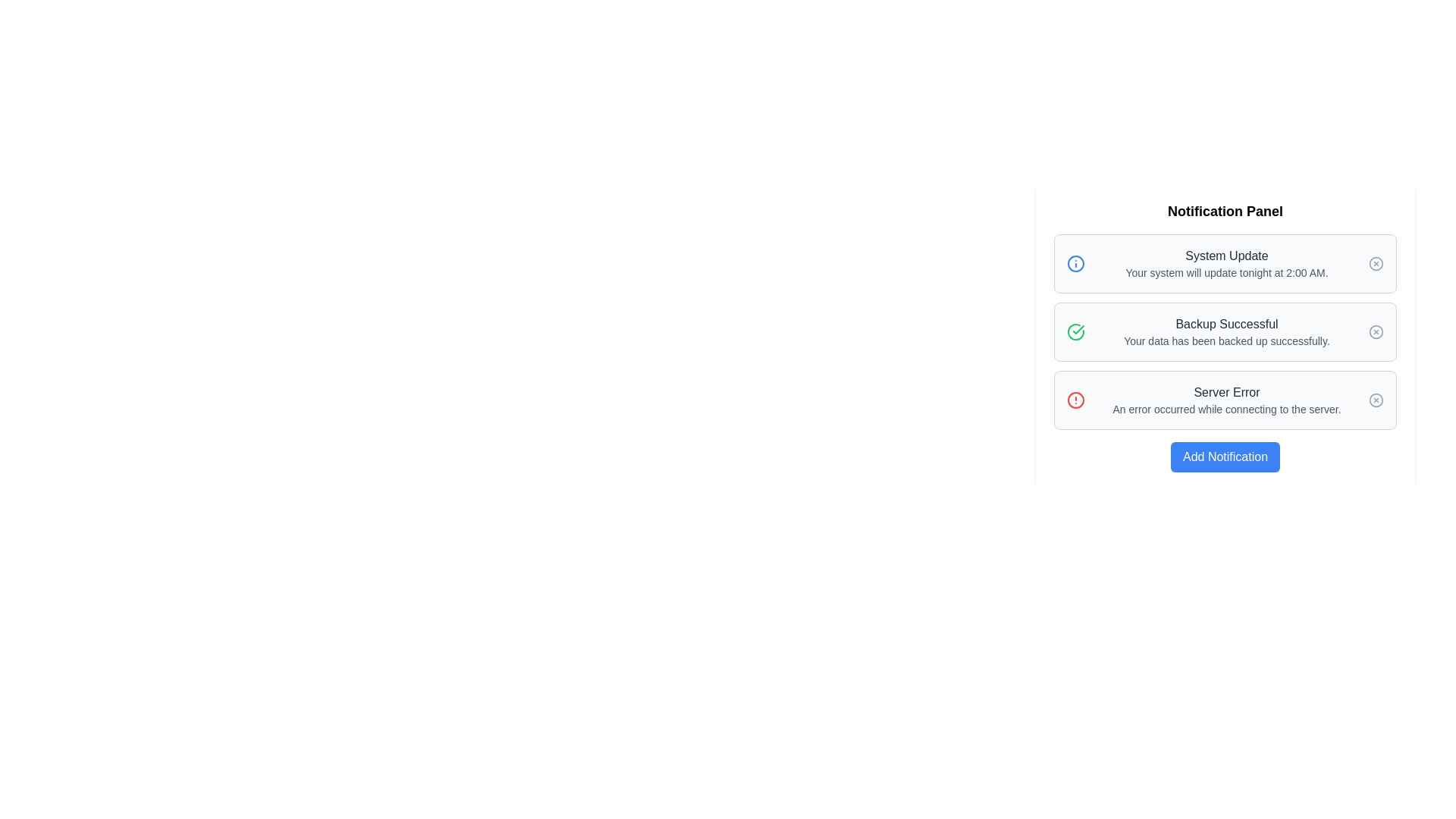 The height and width of the screenshot is (819, 1456). What do you see at coordinates (1075, 262) in the screenshot?
I see `the informational notification icon located at the top left corner of the 'System Update' box in the notification list` at bounding box center [1075, 262].